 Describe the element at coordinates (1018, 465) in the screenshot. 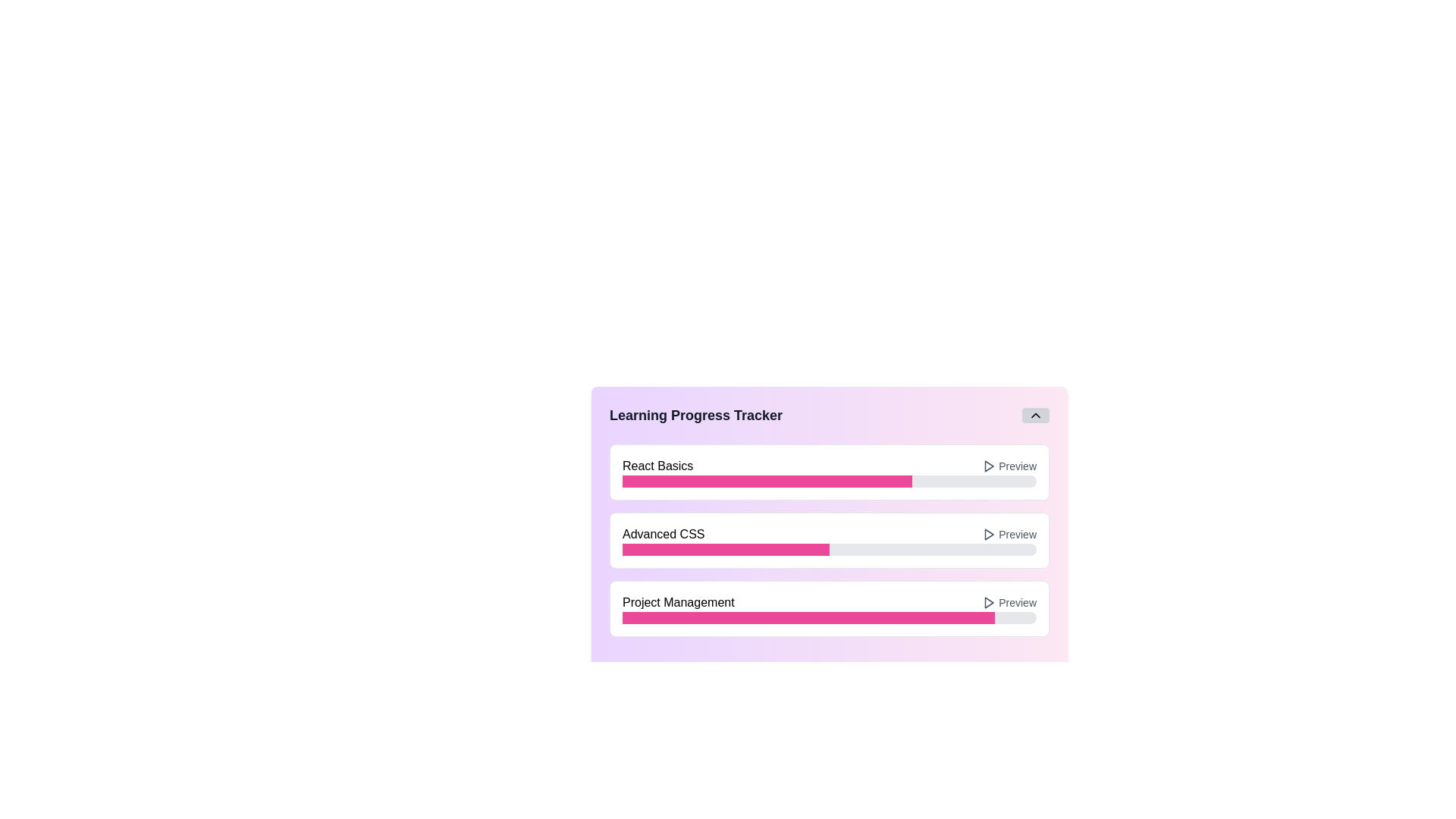

I see `'Preview' text label located next to the play icon on the right side of the topmost progress bar in the Learning Progress Tracker` at that location.